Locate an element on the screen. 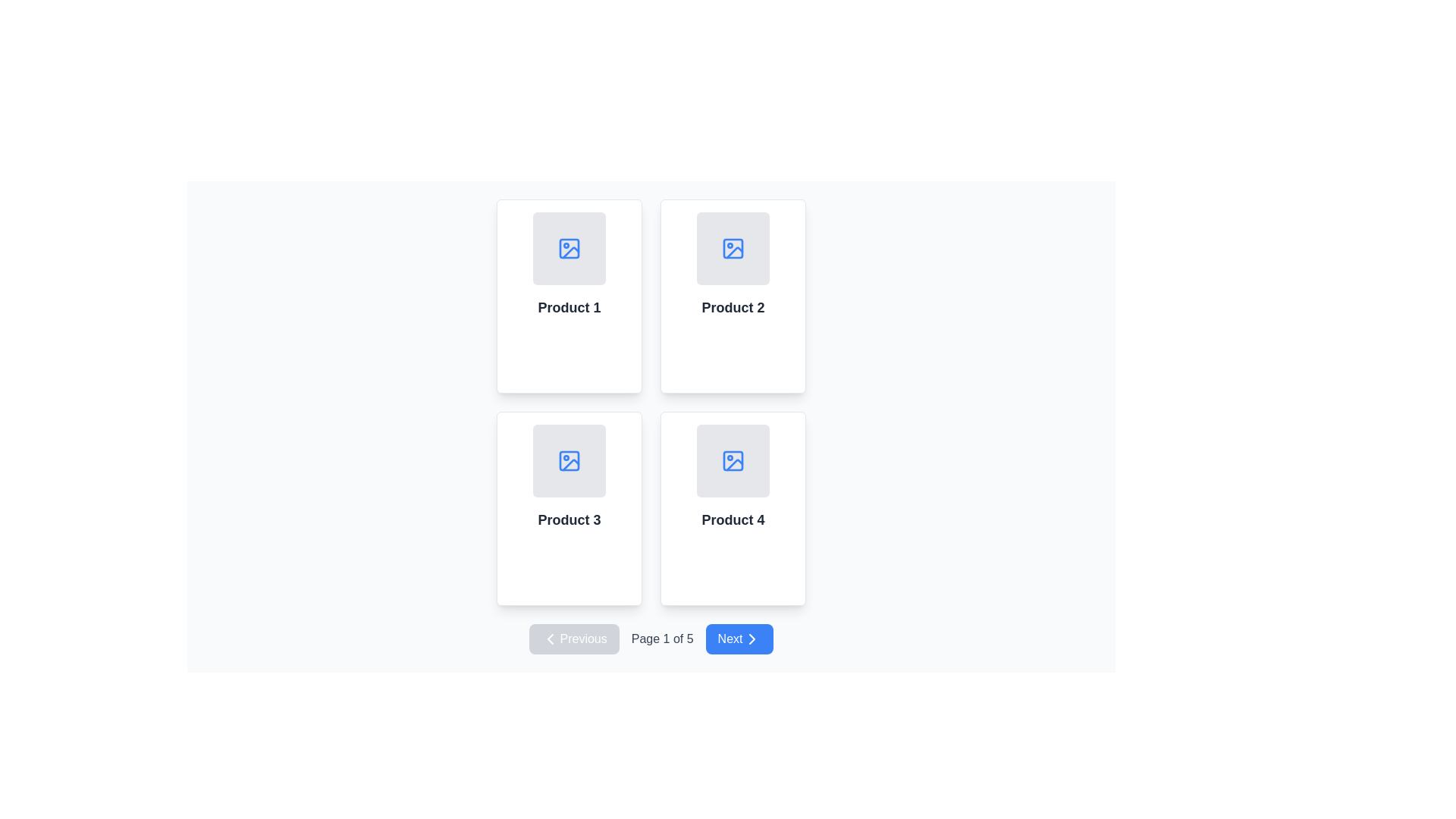 This screenshot has height=819, width=1456. the right-pointing arrow icon within the 'Next' button is located at coordinates (752, 639).